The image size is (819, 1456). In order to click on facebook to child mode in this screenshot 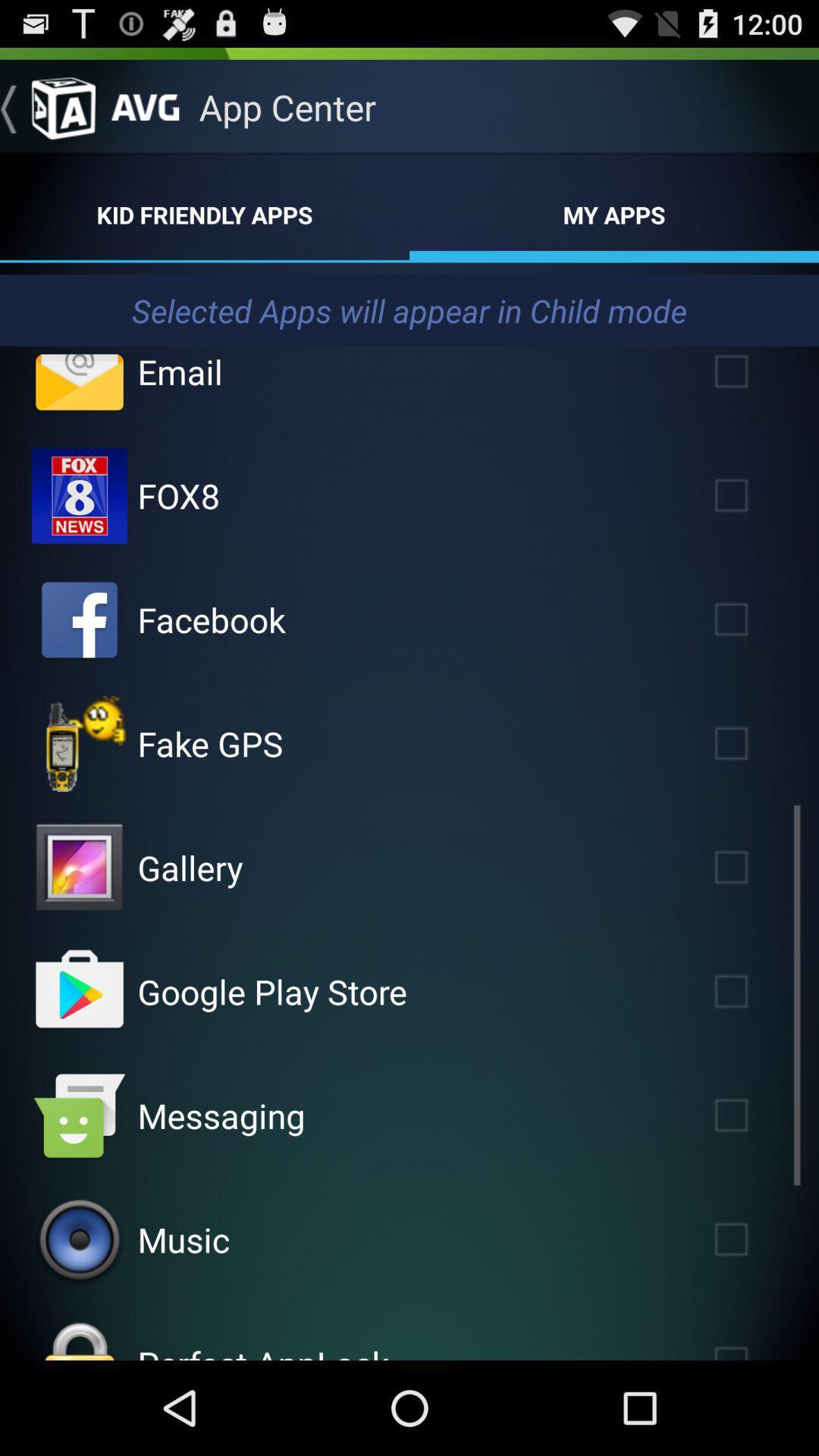, I will do `click(79, 620)`.